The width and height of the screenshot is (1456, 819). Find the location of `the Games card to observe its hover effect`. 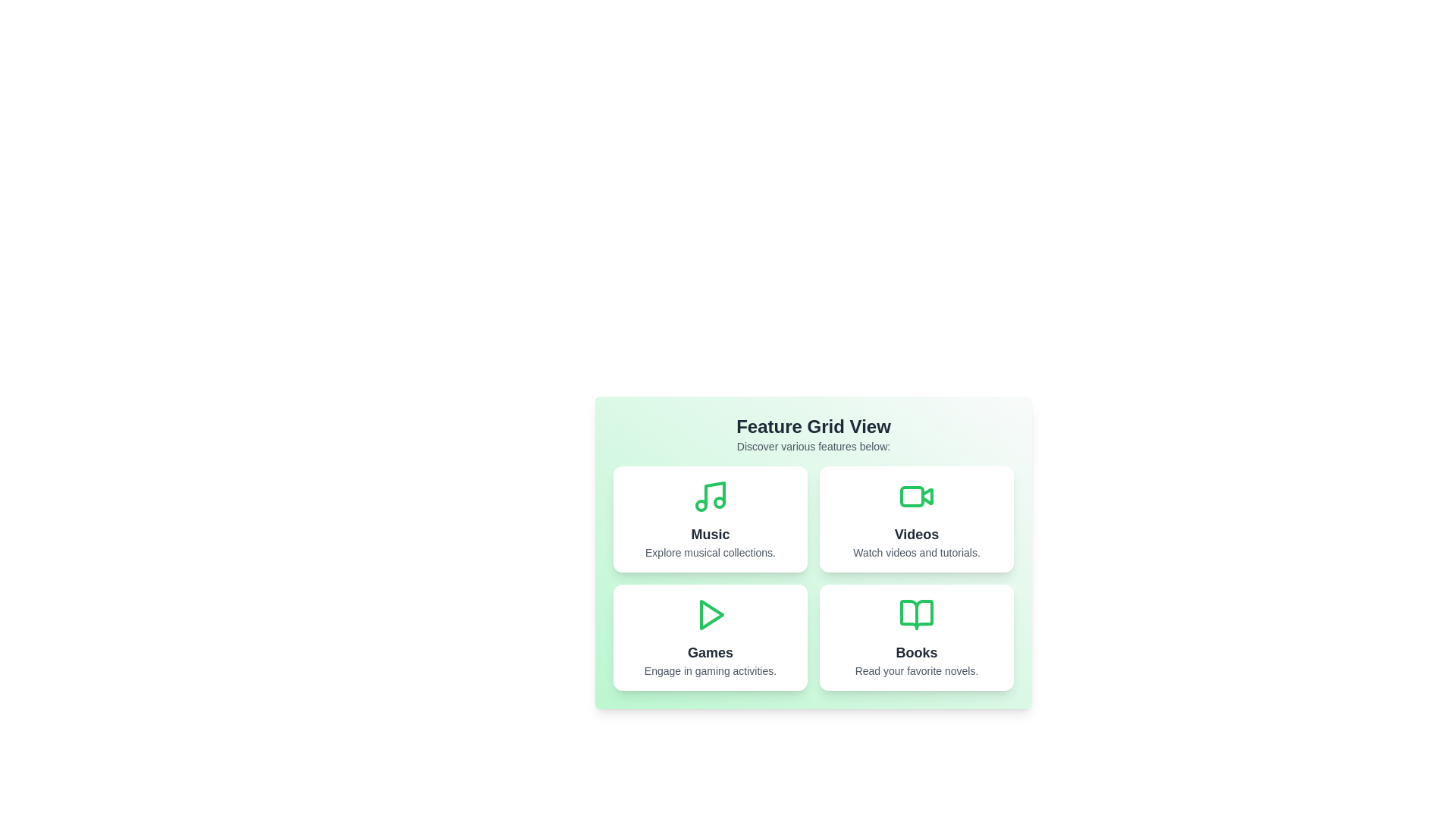

the Games card to observe its hover effect is located at coordinates (709, 637).